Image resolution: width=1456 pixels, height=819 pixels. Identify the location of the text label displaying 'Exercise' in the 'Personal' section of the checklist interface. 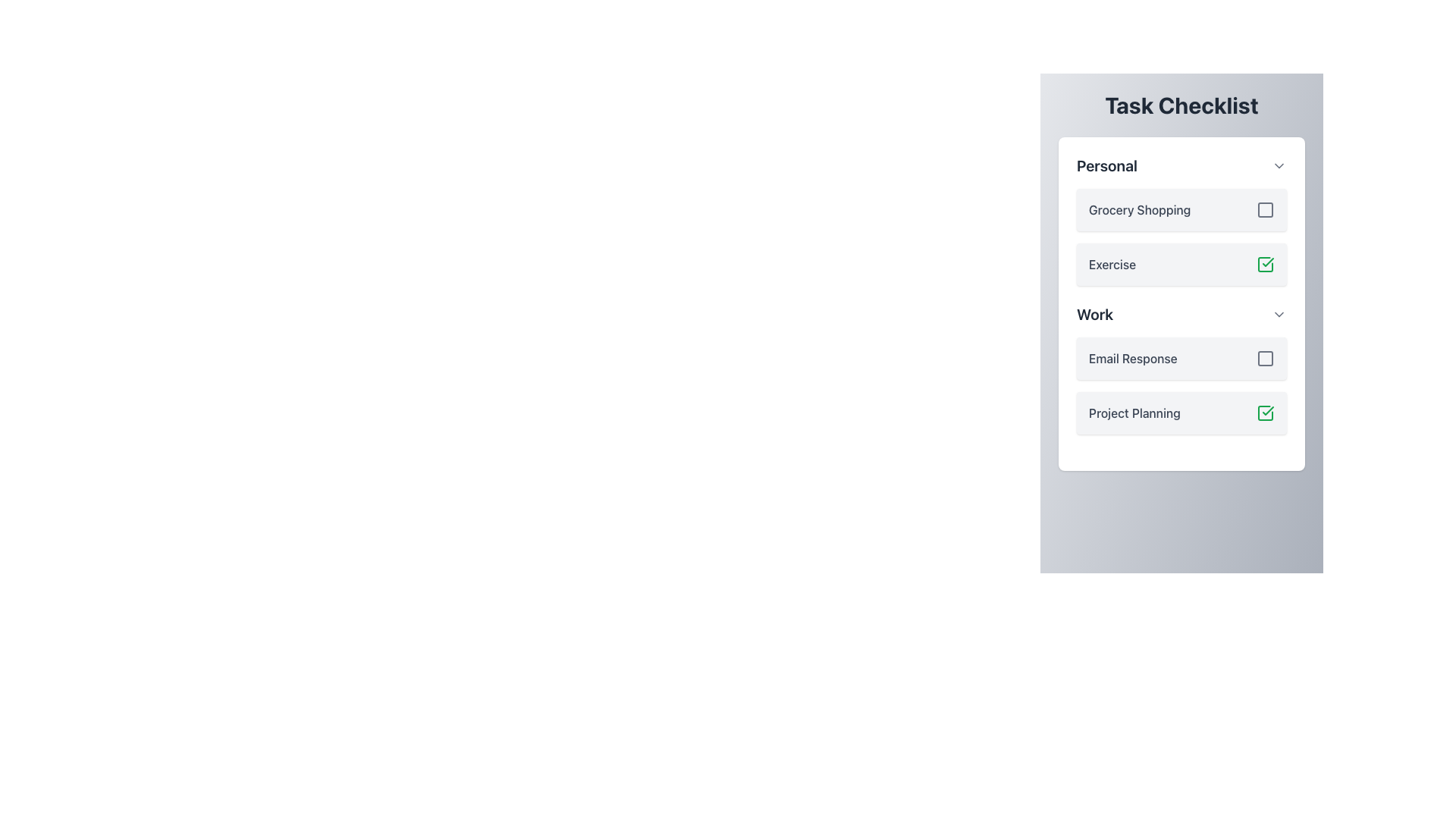
(1112, 263).